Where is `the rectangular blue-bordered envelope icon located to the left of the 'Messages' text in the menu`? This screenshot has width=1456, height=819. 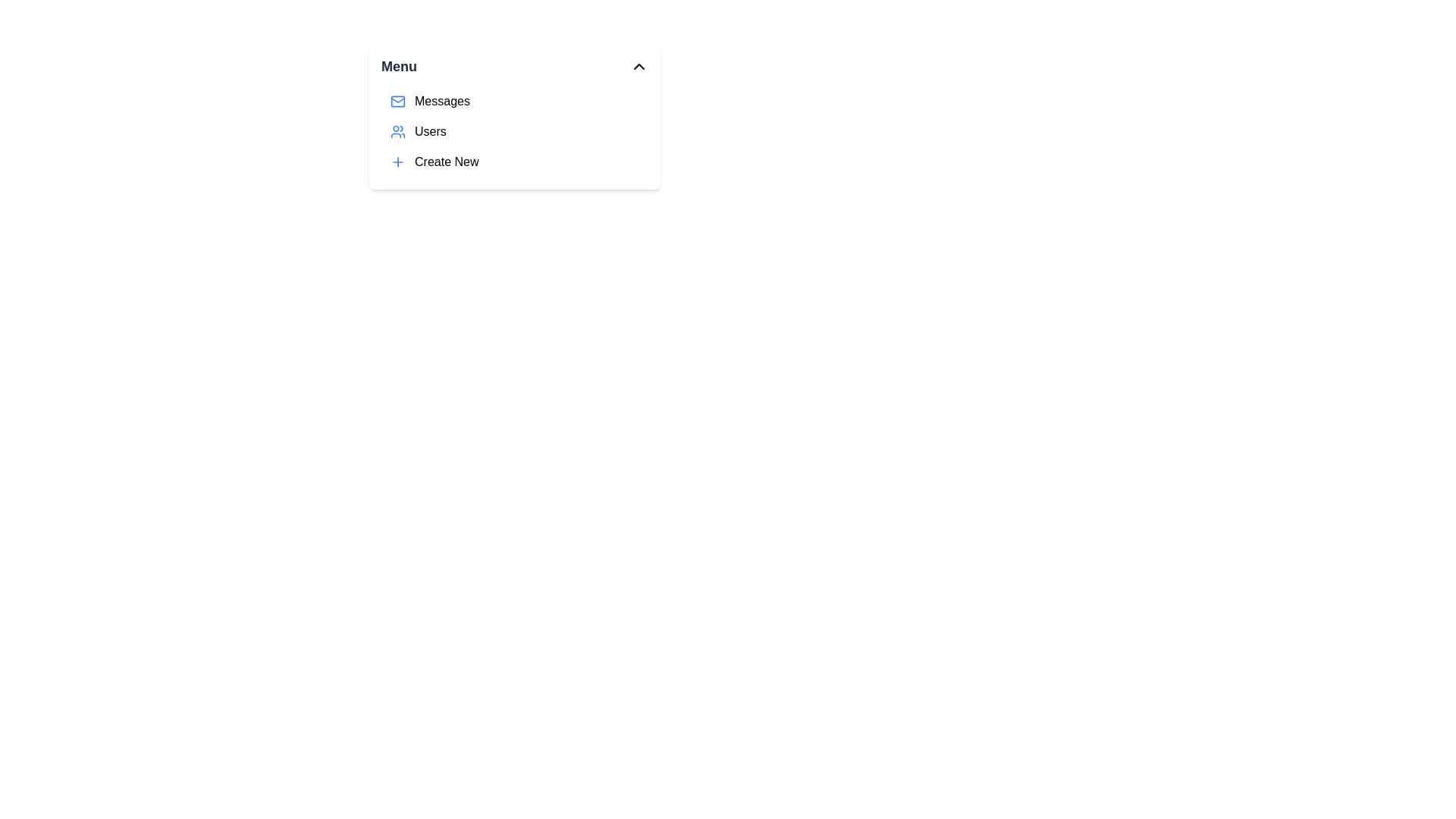 the rectangular blue-bordered envelope icon located to the left of the 'Messages' text in the menu is located at coordinates (397, 102).